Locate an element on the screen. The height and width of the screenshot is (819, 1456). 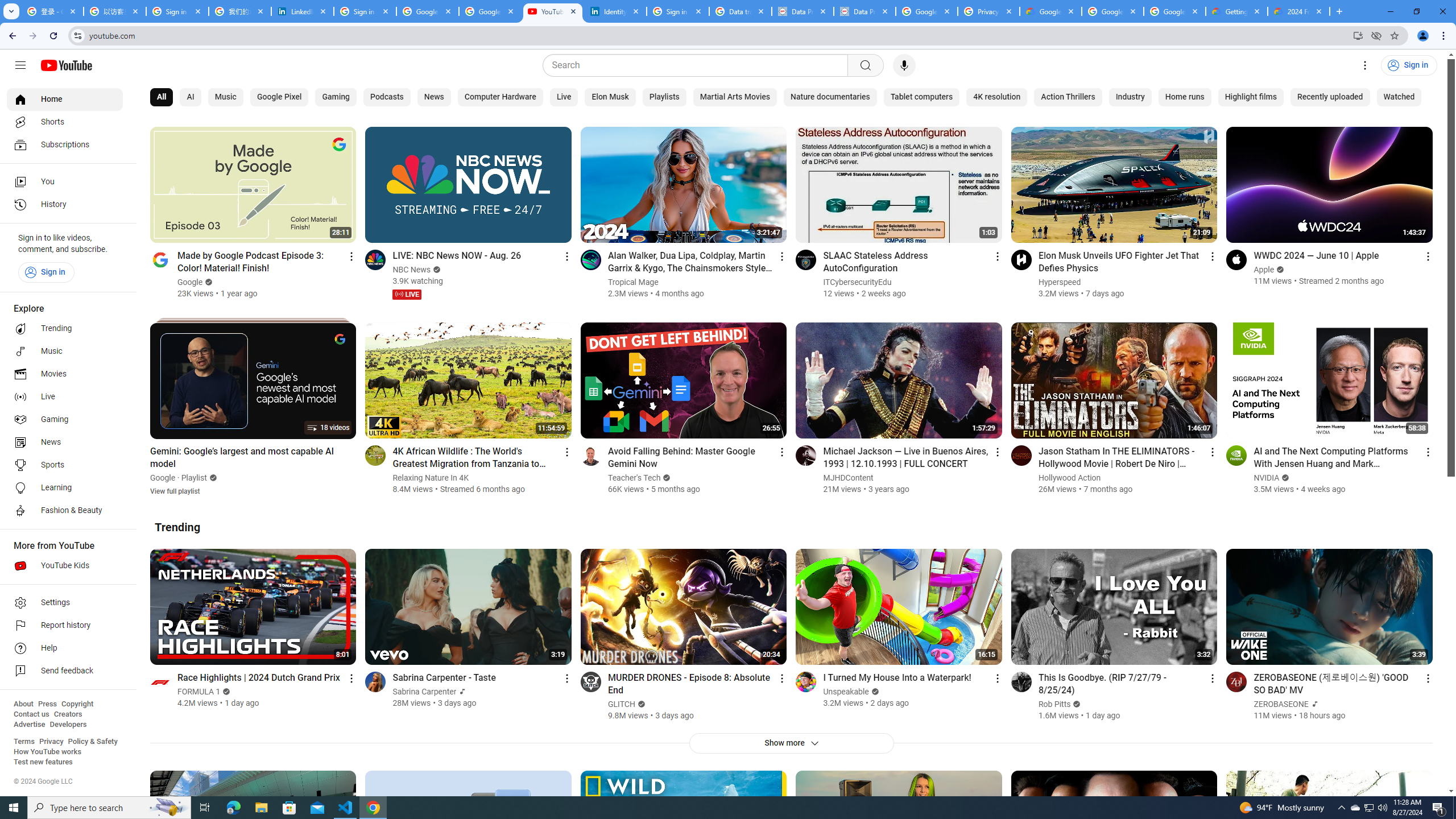
'Nature documentaries' is located at coordinates (830, 97).